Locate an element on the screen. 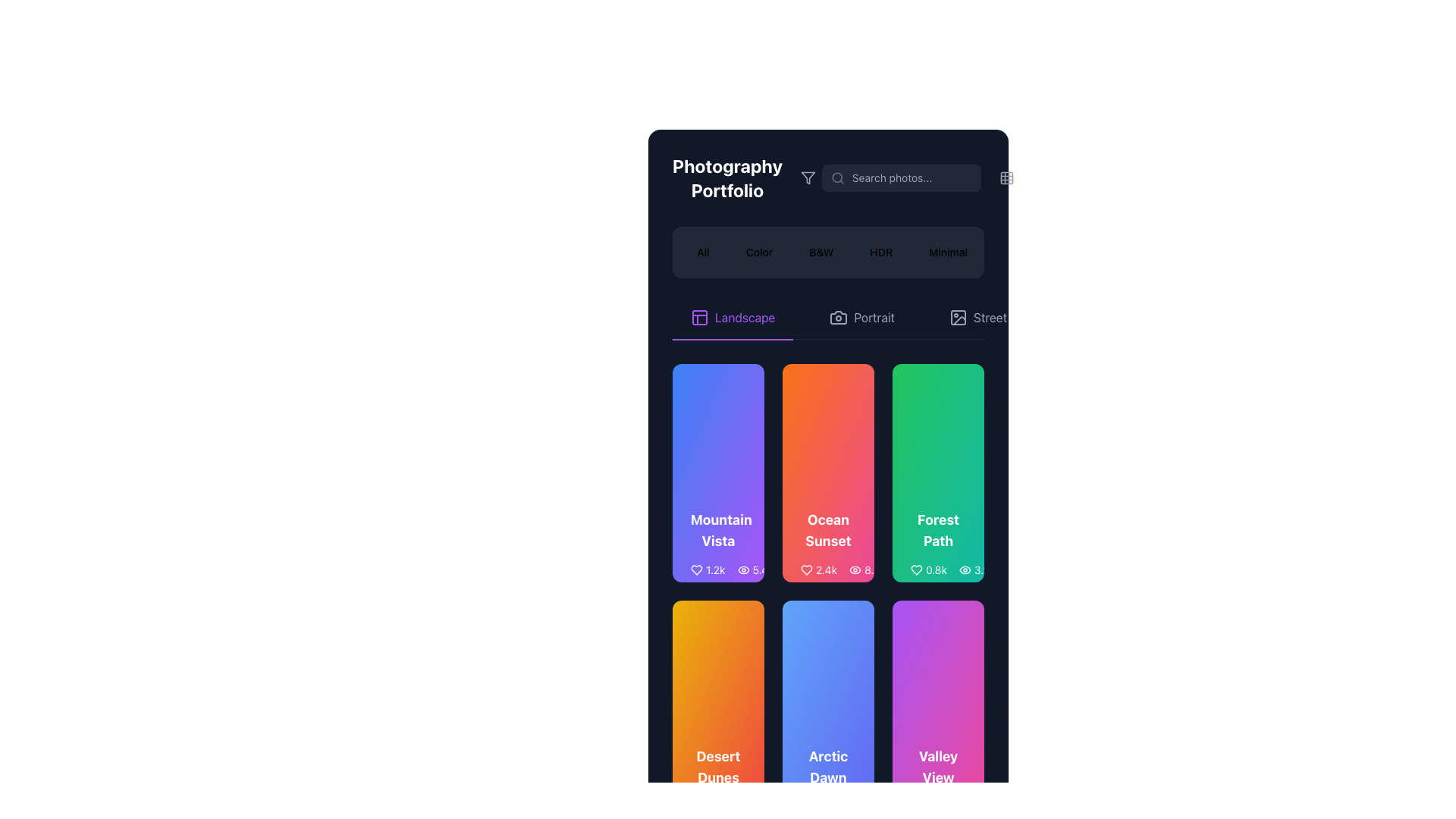 The height and width of the screenshot is (819, 1456). the search icon located within the 'Photography Portfolio' heading with a search bar to initiate a search is located at coordinates (827, 177).